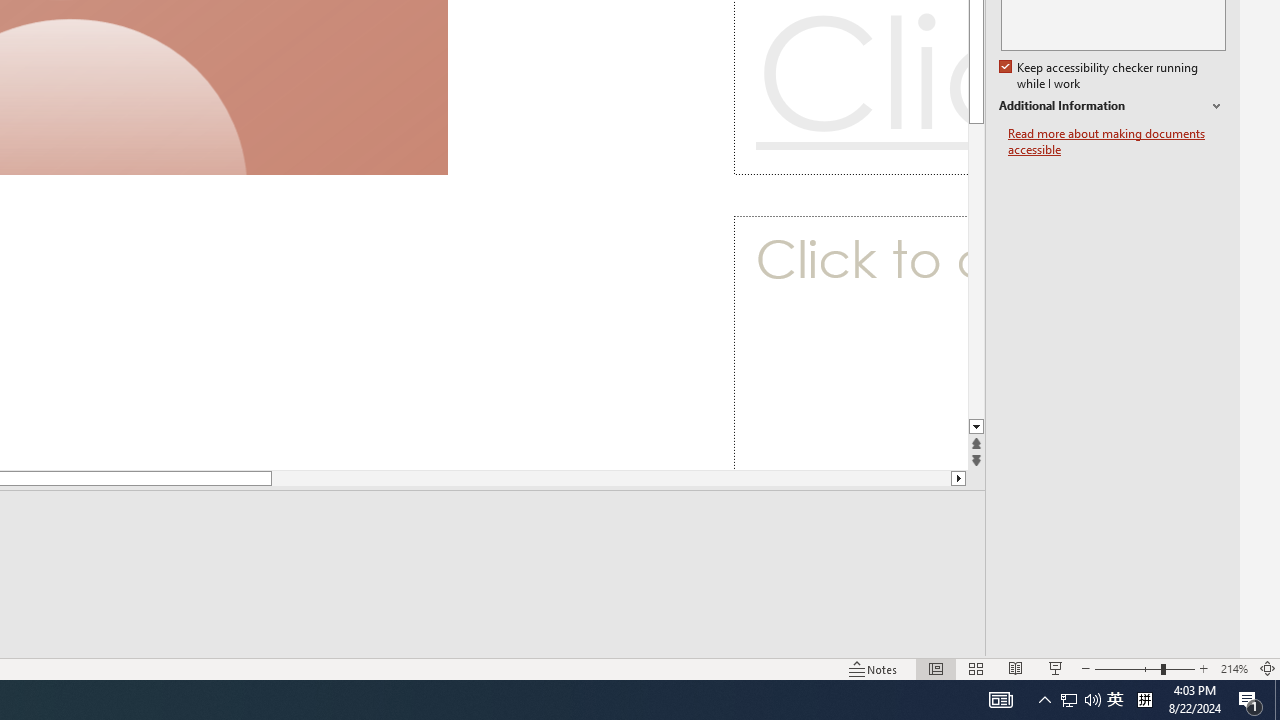 The height and width of the screenshot is (720, 1280). Describe the element at coordinates (1099, 75) in the screenshot. I see `'Keep accessibility checker running while I work'` at that location.